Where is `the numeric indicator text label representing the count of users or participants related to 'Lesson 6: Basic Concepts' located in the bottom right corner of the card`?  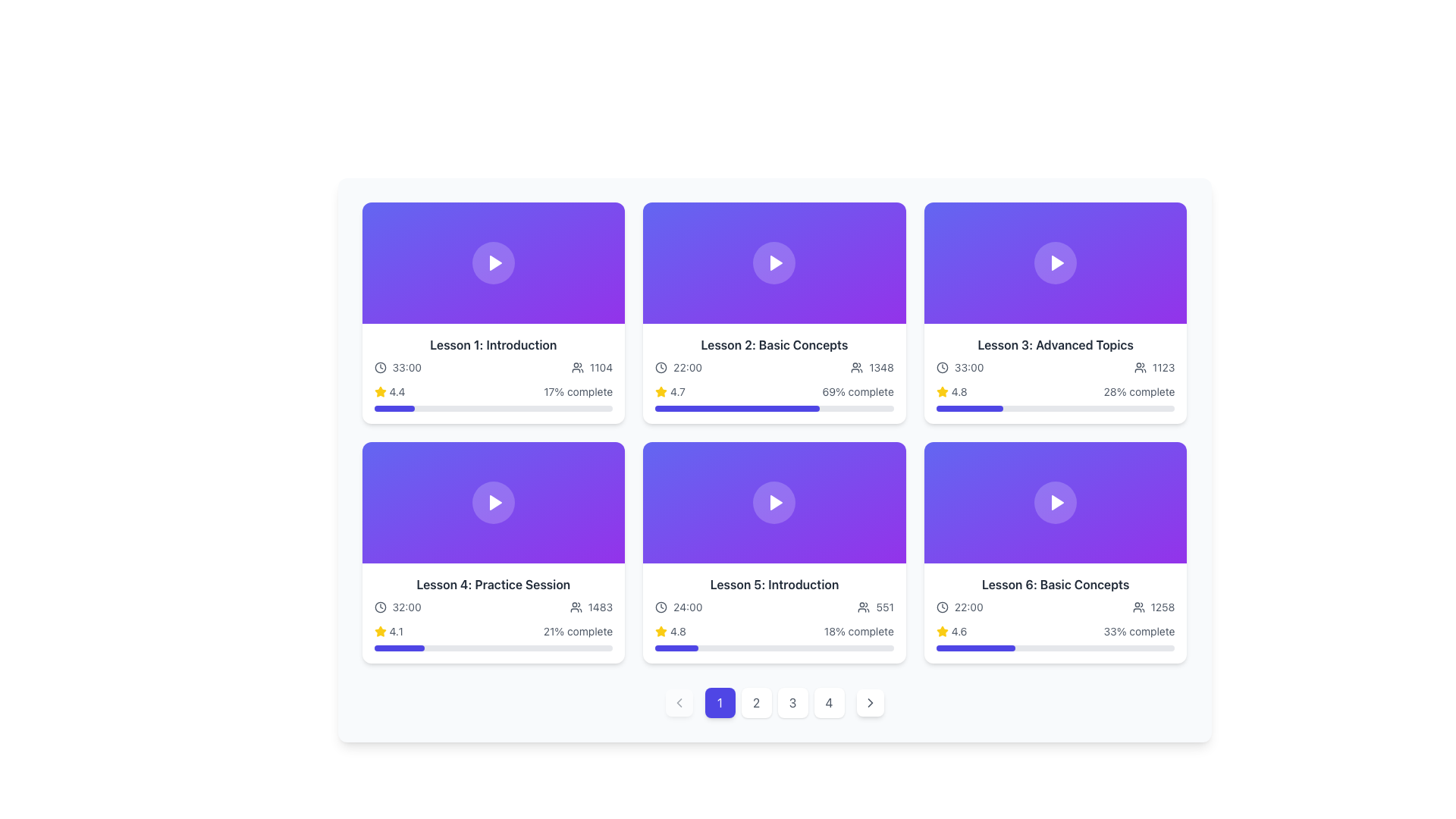
the numeric indicator text label representing the count of users or participants related to 'Lesson 6: Basic Concepts' located in the bottom right corner of the card is located at coordinates (1162, 607).